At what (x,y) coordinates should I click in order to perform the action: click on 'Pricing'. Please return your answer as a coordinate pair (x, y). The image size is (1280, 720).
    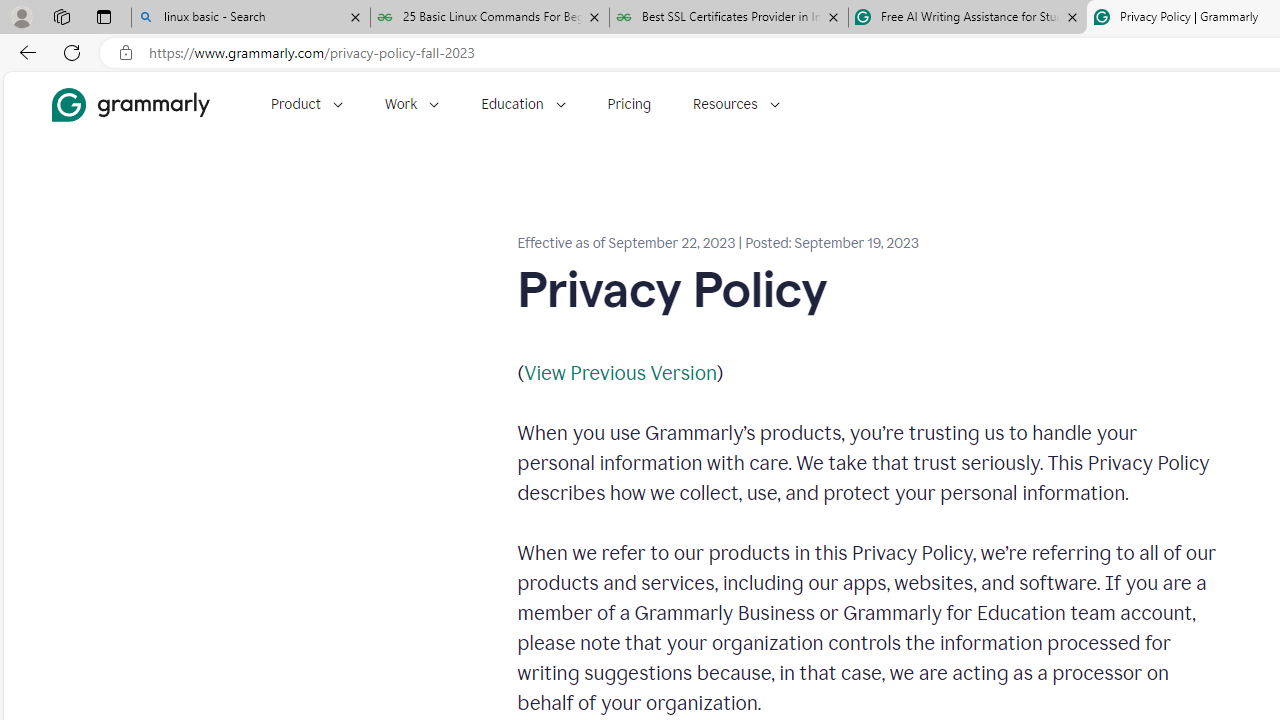
    Looking at the image, I should click on (628, 104).